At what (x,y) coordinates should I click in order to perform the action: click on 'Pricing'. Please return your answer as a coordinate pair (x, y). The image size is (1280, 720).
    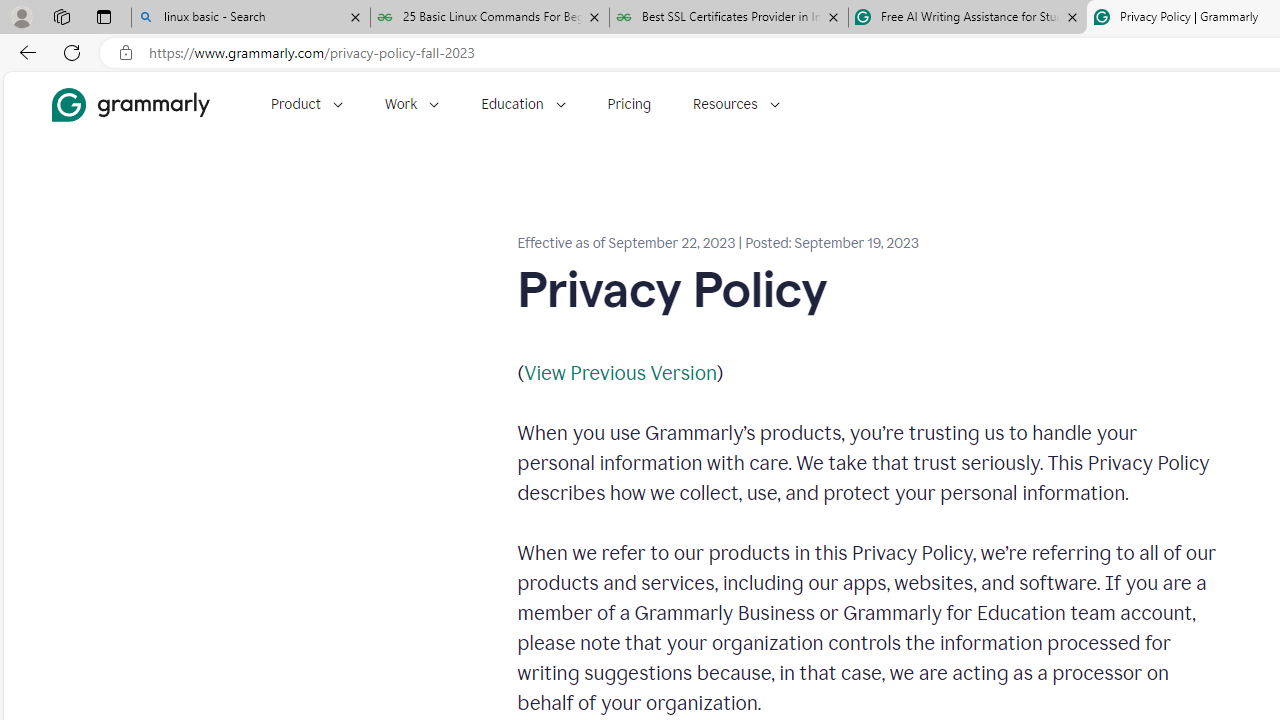
    Looking at the image, I should click on (628, 104).